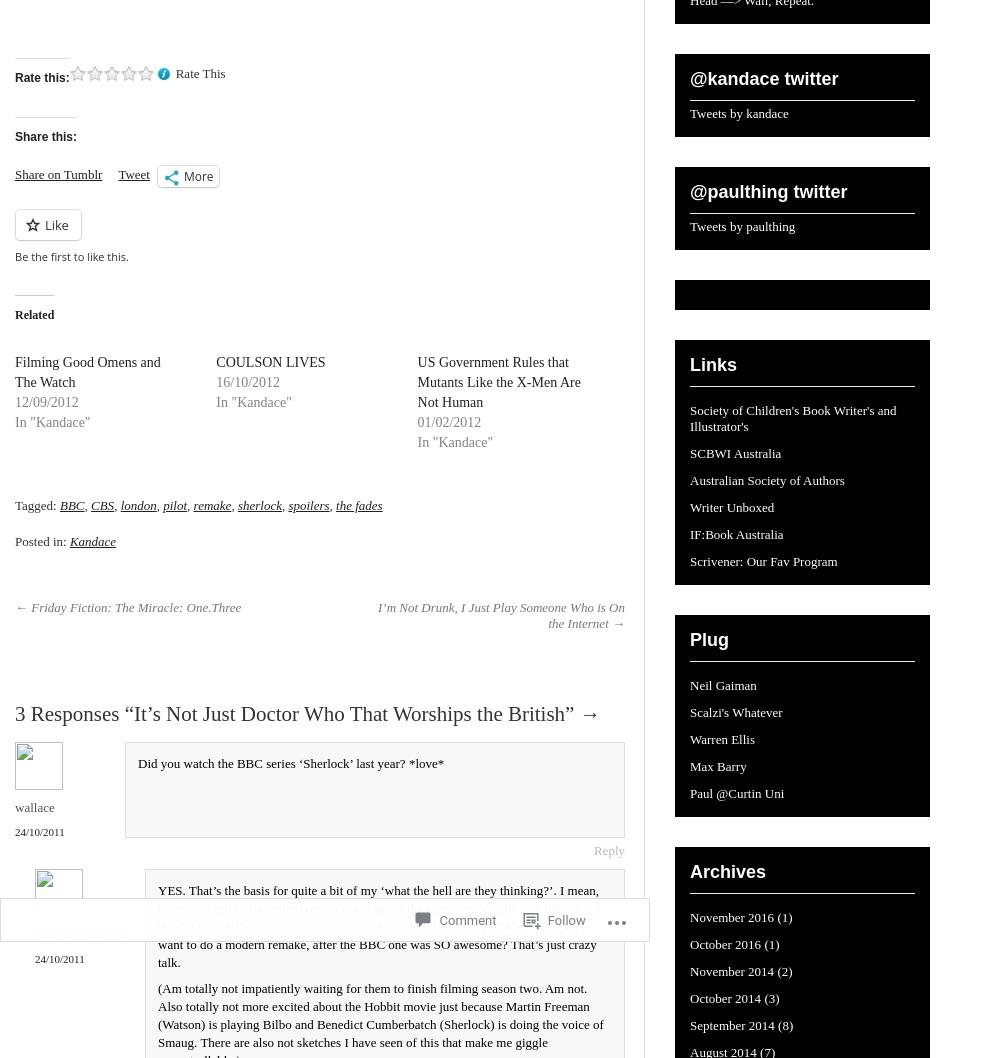 The height and width of the screenshot is (1058, 990). I want to click on 'Reply', so click(608, 849).